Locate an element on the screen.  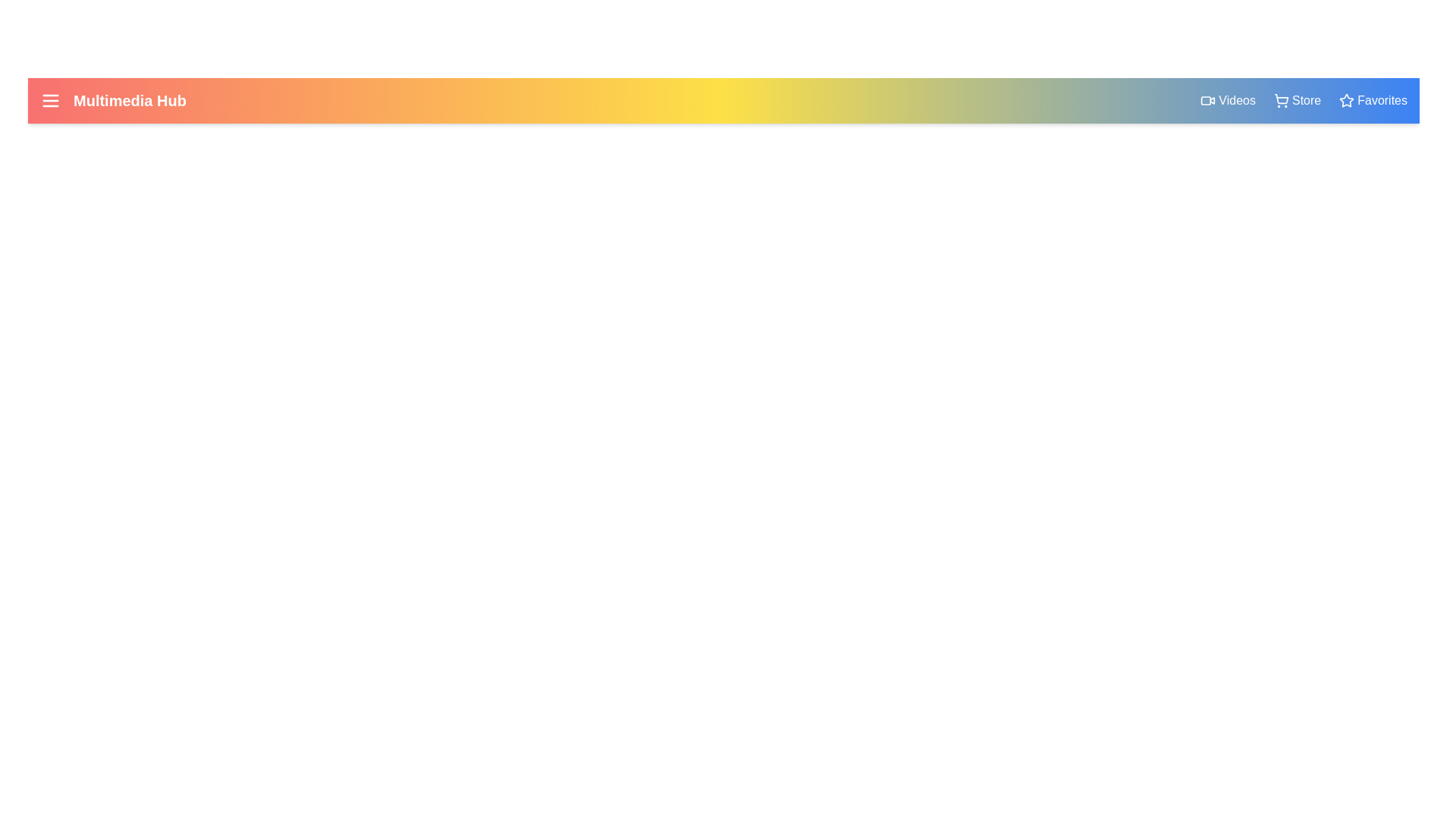
the 'Favorites' link to navigate to the Favorites section is located at coordinates (1373, 100).